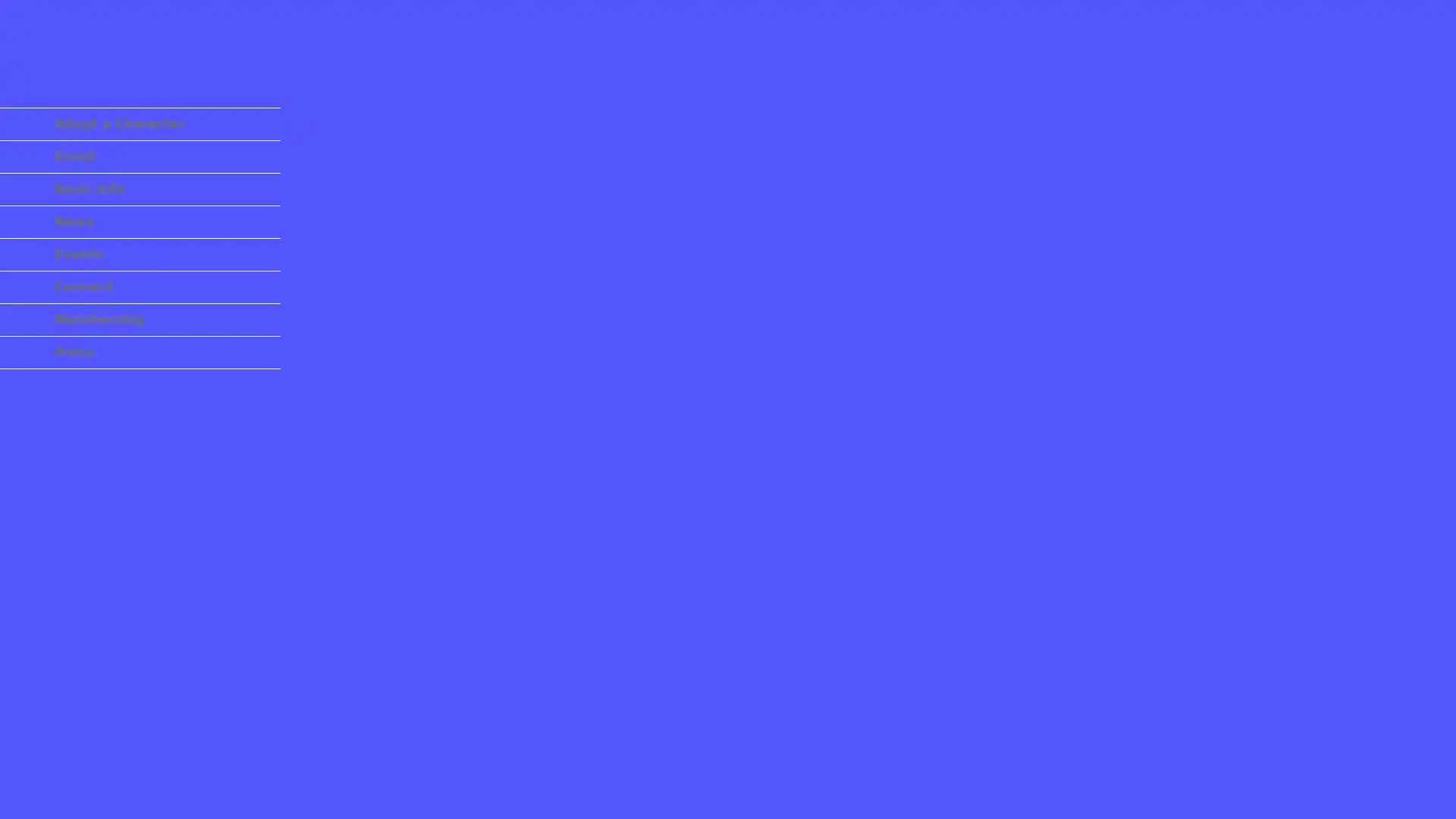  I want to click on U+00B6, so click(333, 650).